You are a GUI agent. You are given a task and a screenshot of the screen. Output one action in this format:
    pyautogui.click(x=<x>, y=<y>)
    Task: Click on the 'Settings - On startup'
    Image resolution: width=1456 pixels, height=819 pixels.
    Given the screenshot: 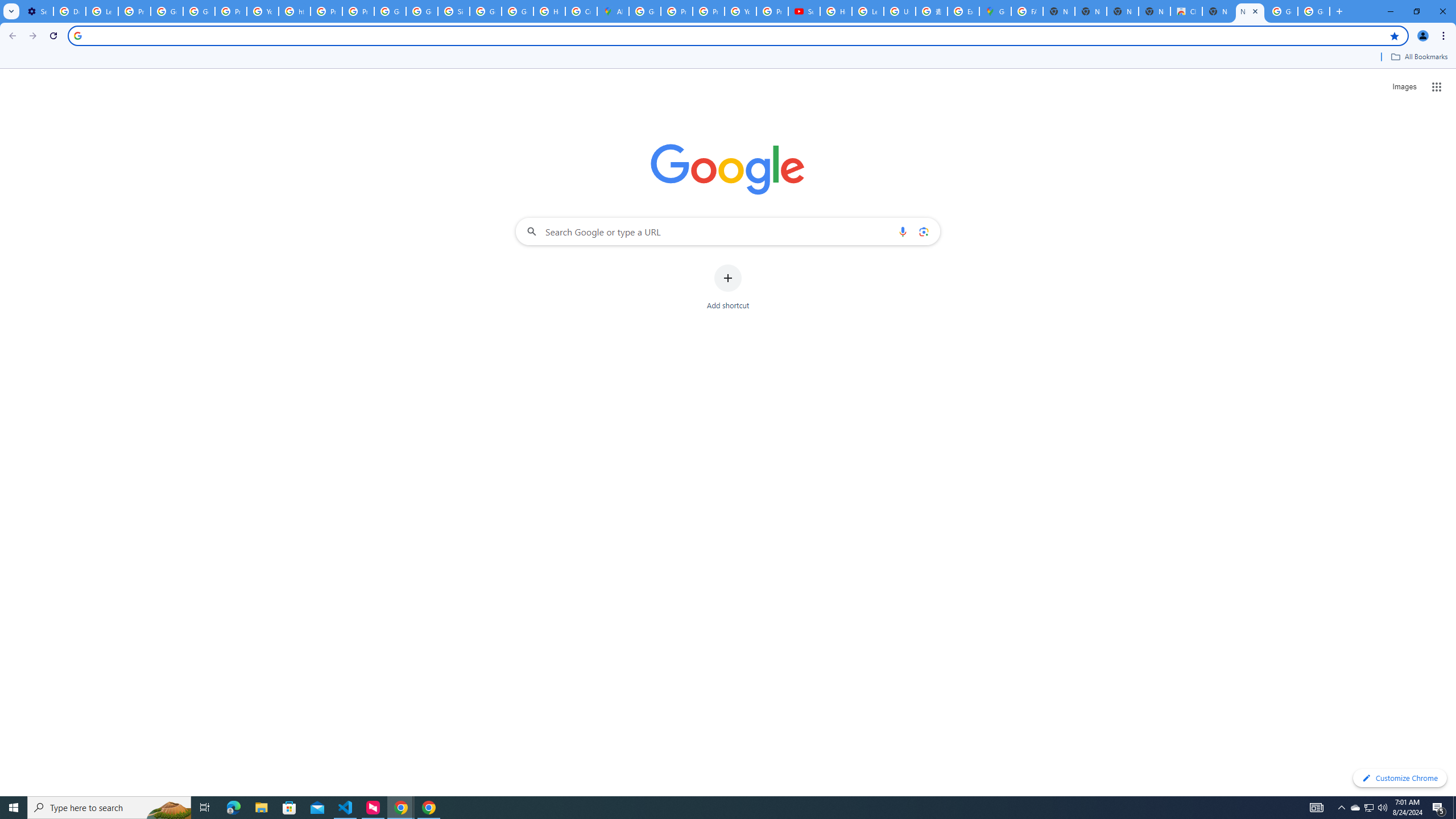 What is the action you would take?
    pyautogui.click(x=37, y=11)
    